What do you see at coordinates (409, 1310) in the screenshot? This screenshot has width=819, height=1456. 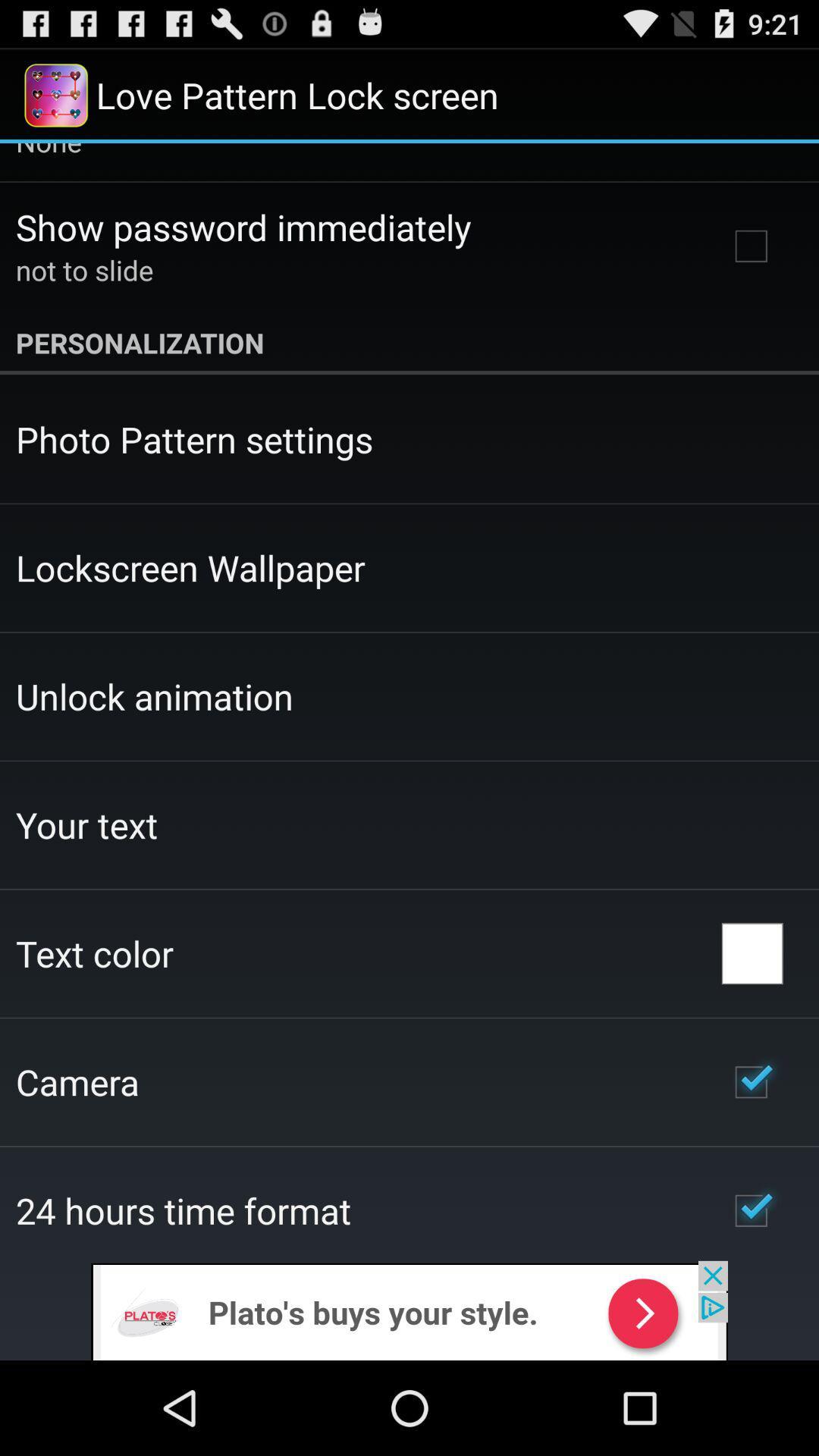 I see `remove the add` at bounding box center [409, 1310].